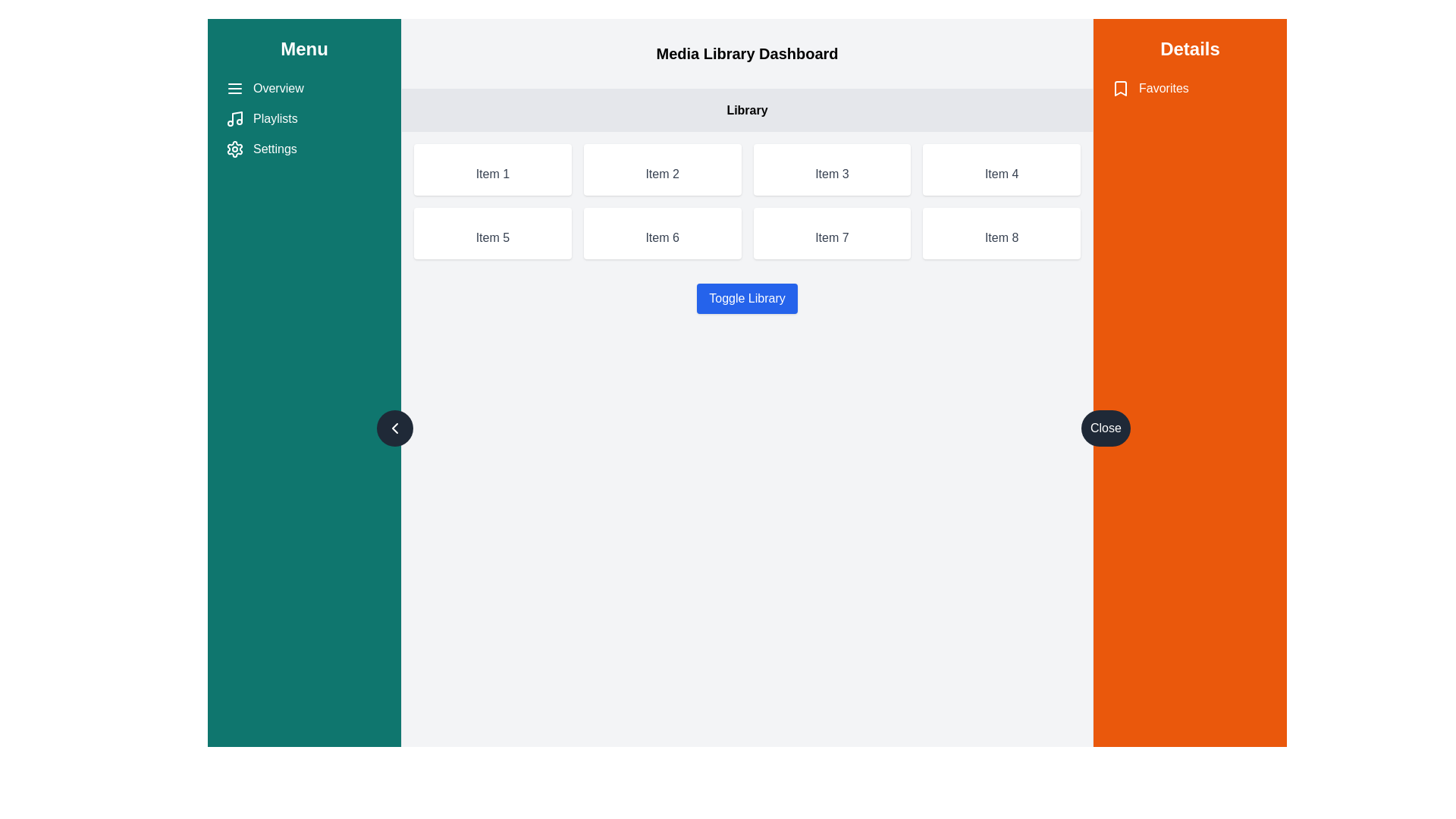  What do you see at coordinates (1106, 428) in the screenshot?
I see `the circular button labeled 'Close' with a dark gray background` at bounding box center [1106, 428].